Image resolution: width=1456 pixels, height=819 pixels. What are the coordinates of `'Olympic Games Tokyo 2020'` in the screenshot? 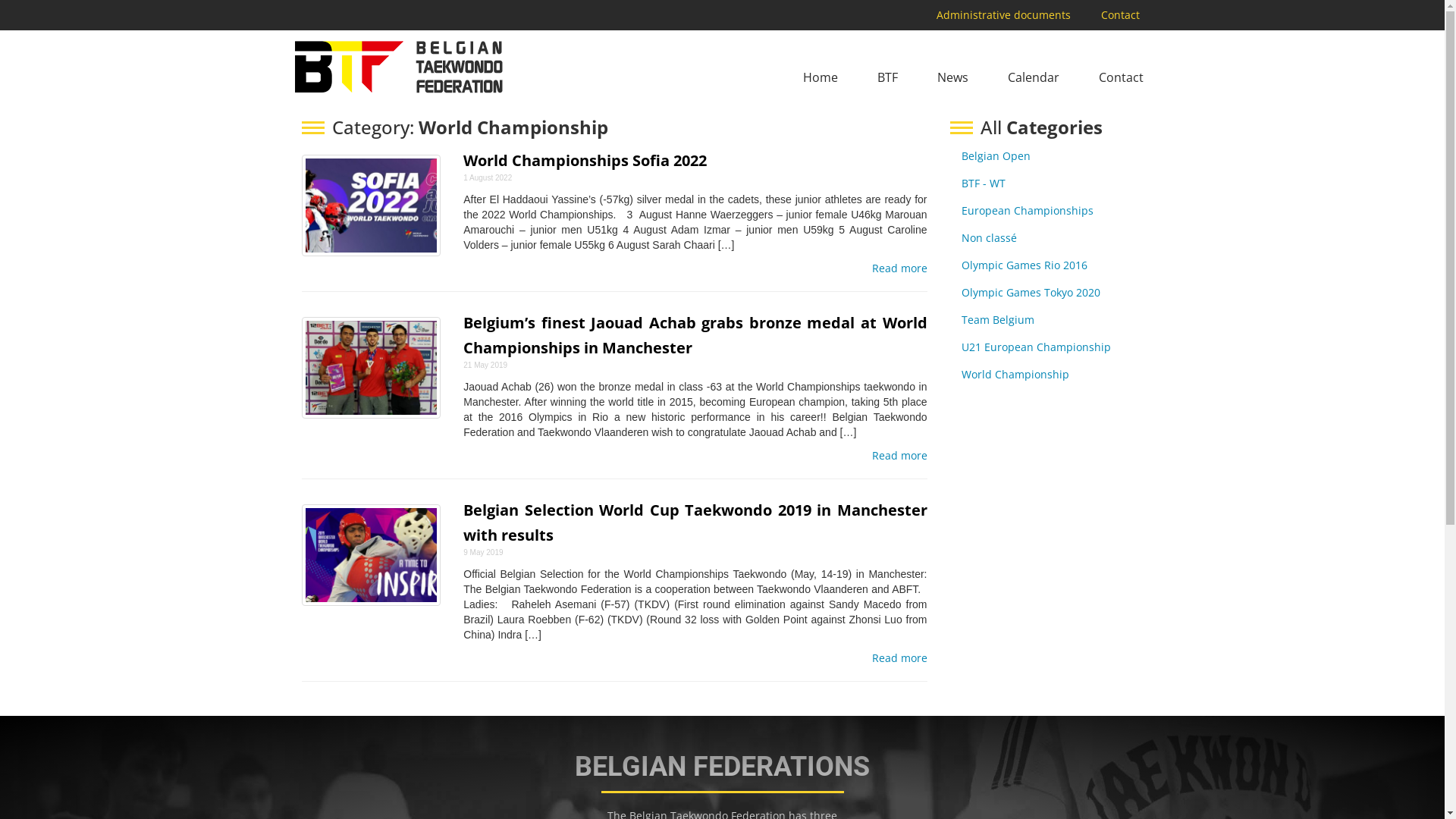 It's located at (1031, 292).